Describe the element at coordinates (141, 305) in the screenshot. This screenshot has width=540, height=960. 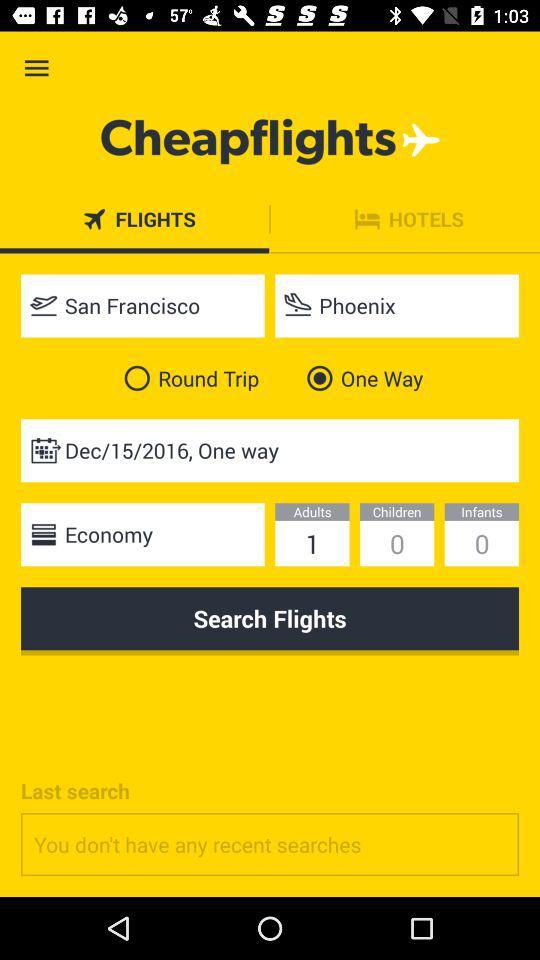
I see `the san francisco` at that location.